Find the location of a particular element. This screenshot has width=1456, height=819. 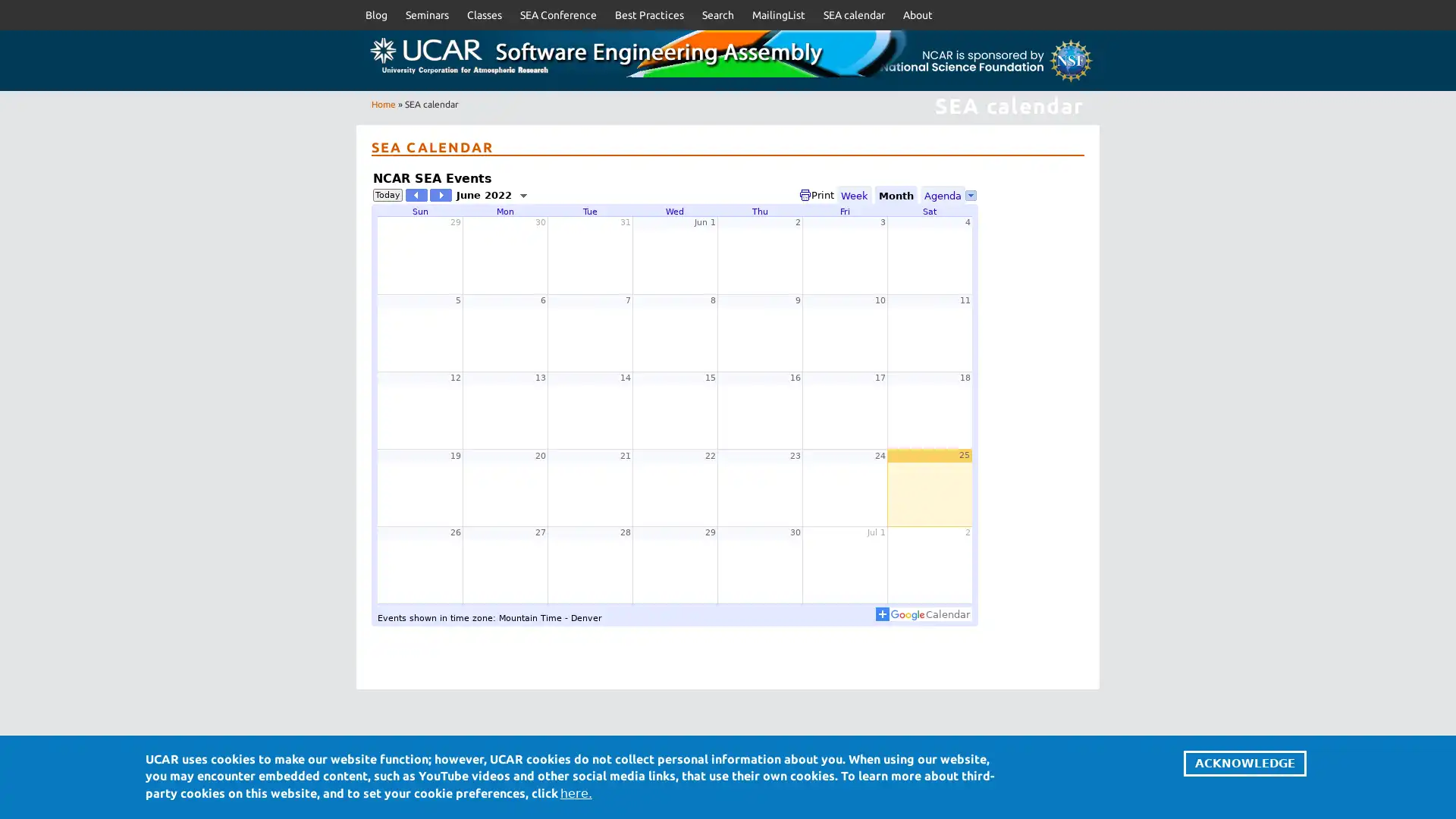

here. is located at coordinates (575, 792).